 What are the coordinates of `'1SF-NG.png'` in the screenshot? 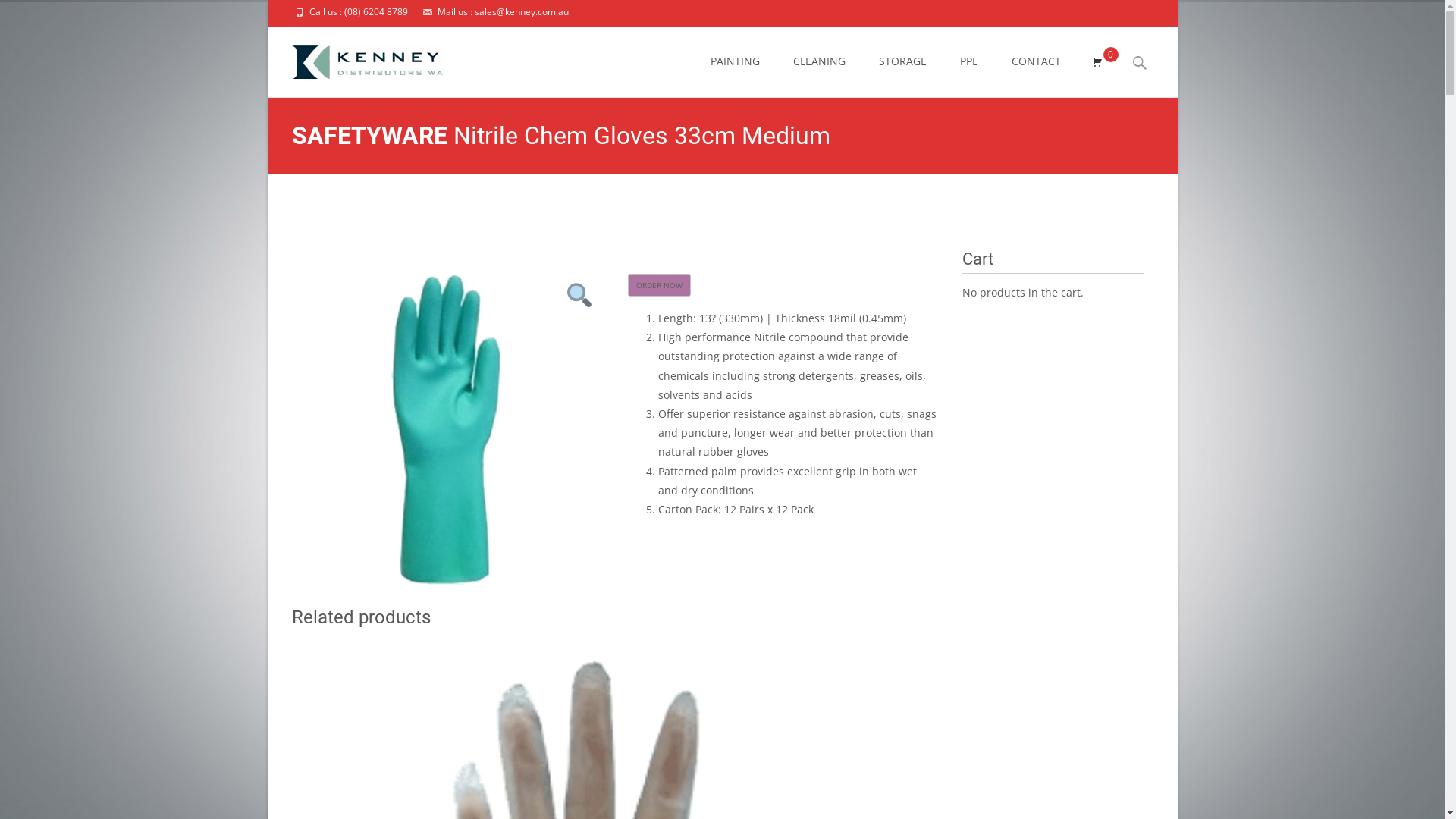 It's located at (445, 429).